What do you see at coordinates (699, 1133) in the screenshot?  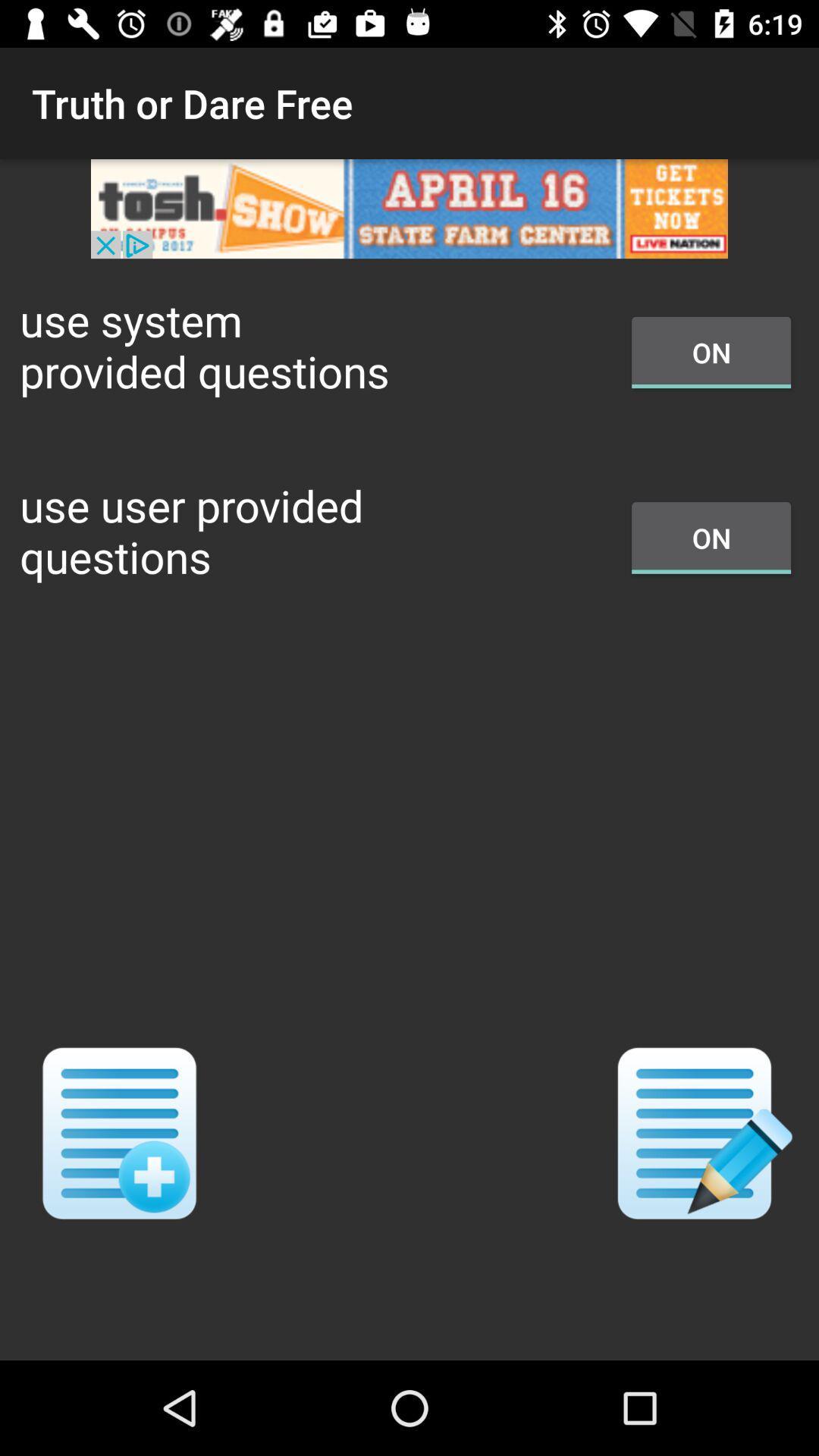 I see `notes` at bounding box center [699, 1133].